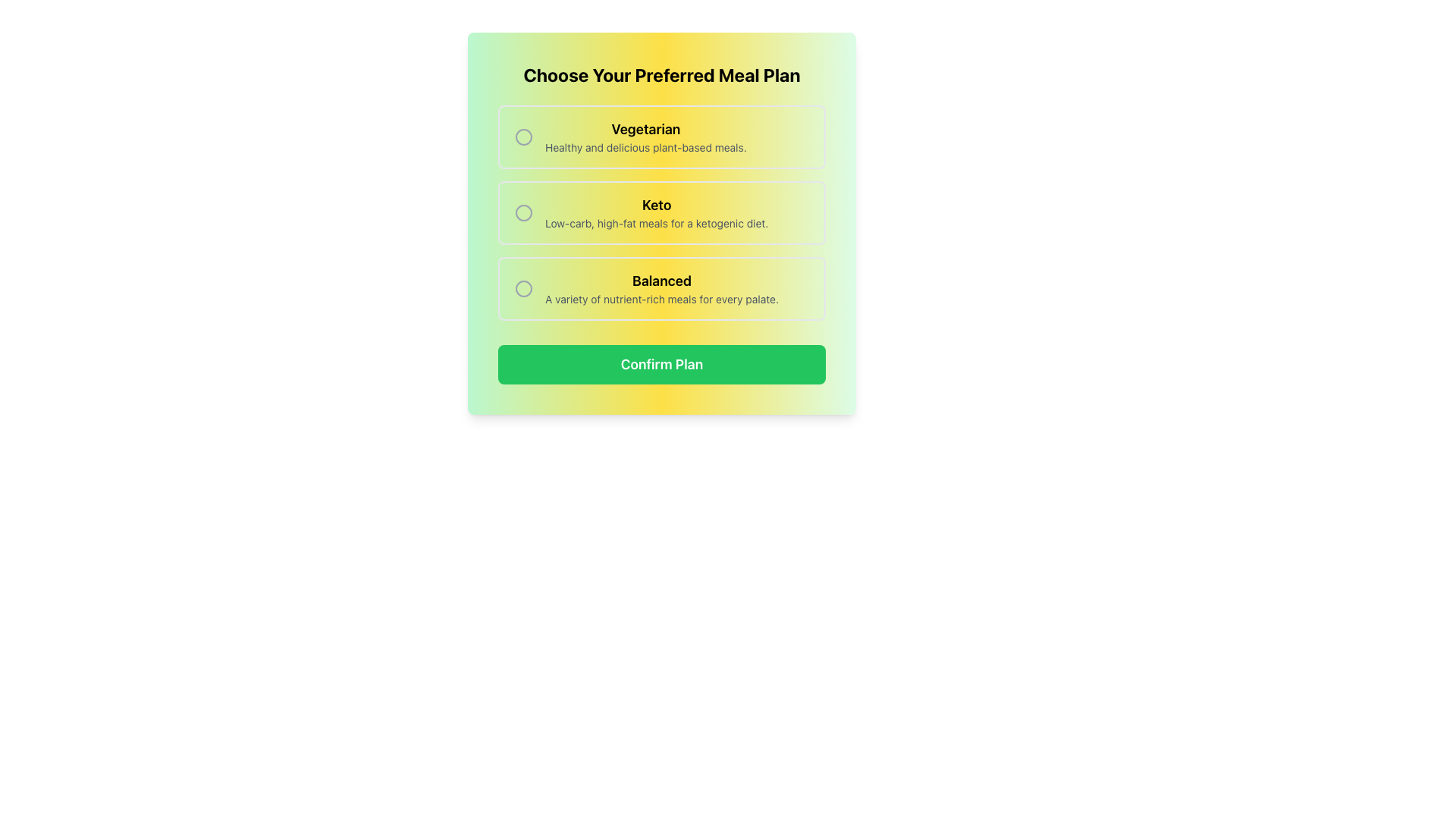  What do you see at coordinates (662, 289) in the screenshot?
I see `description of the text label titled 'Balanced', which includes the subtitle 'A variety of nutrient-rich meals for every palate.'` at bounding box center [662, 289].